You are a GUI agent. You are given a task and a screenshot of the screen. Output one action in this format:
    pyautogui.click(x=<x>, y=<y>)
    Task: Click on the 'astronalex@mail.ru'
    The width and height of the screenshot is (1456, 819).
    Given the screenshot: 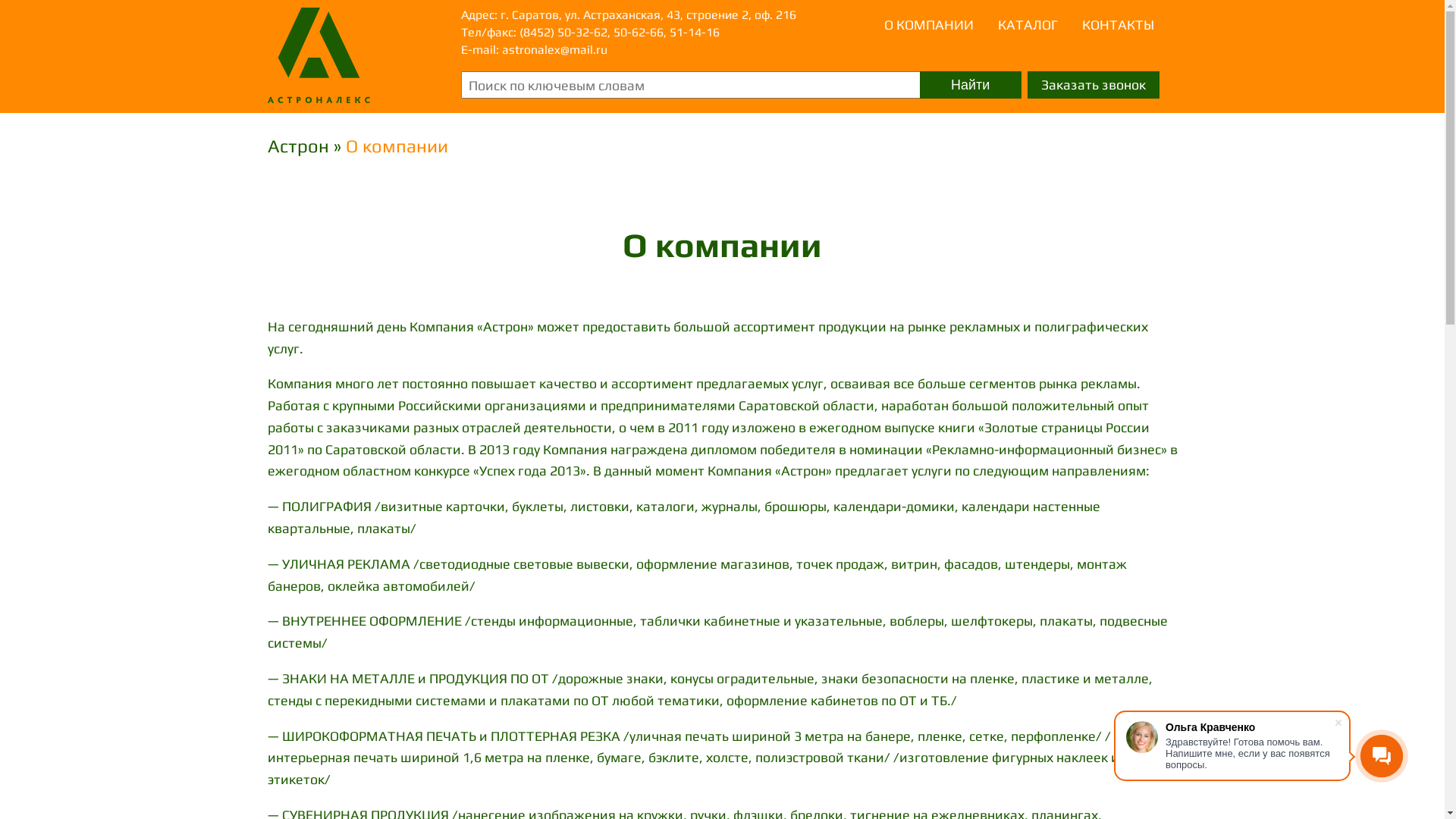 What is the action you would take?
    pyautogui.click(x=554, y=49)
    